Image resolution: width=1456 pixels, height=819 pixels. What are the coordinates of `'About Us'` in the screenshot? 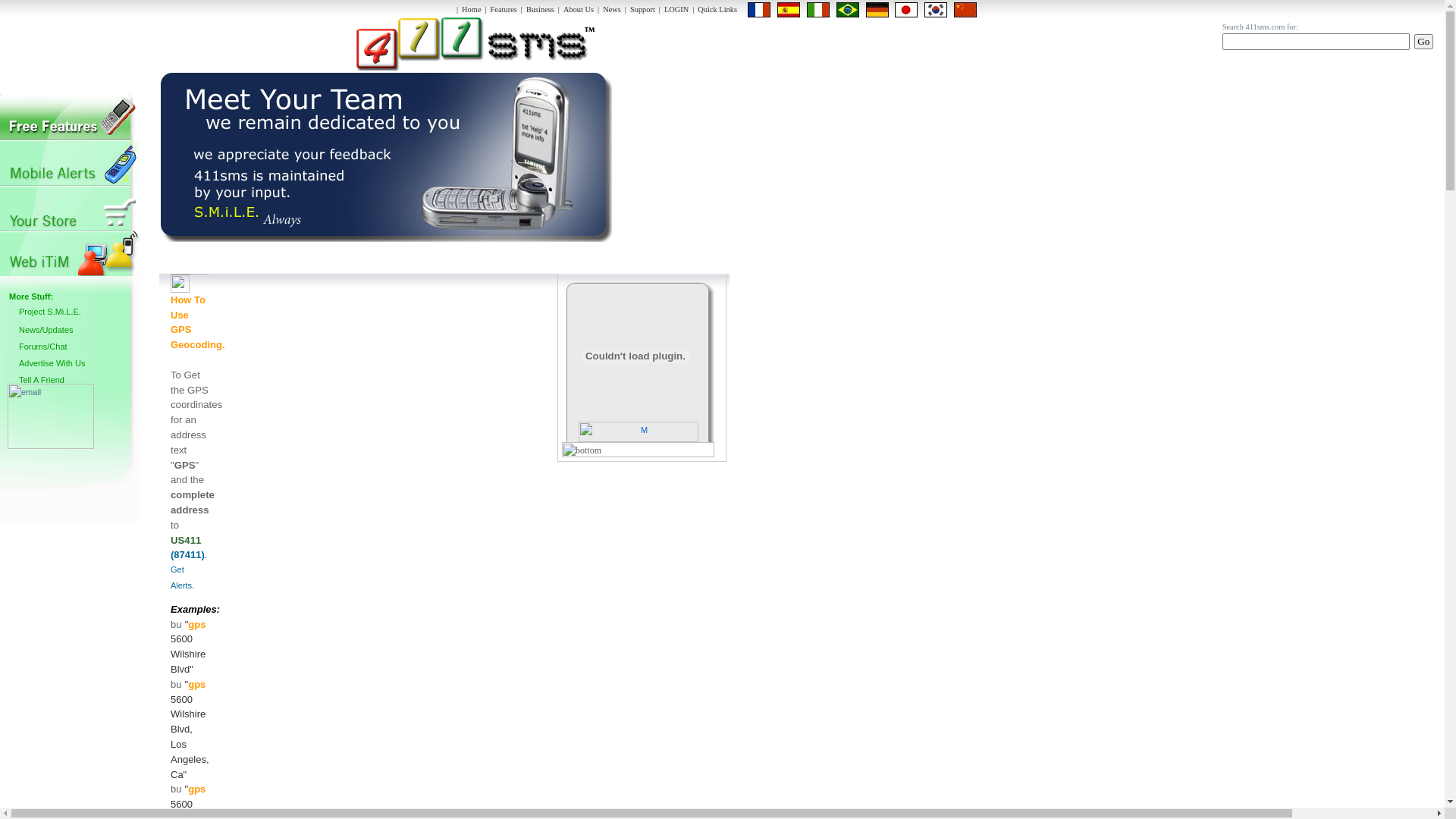 It's located at (578, 8).